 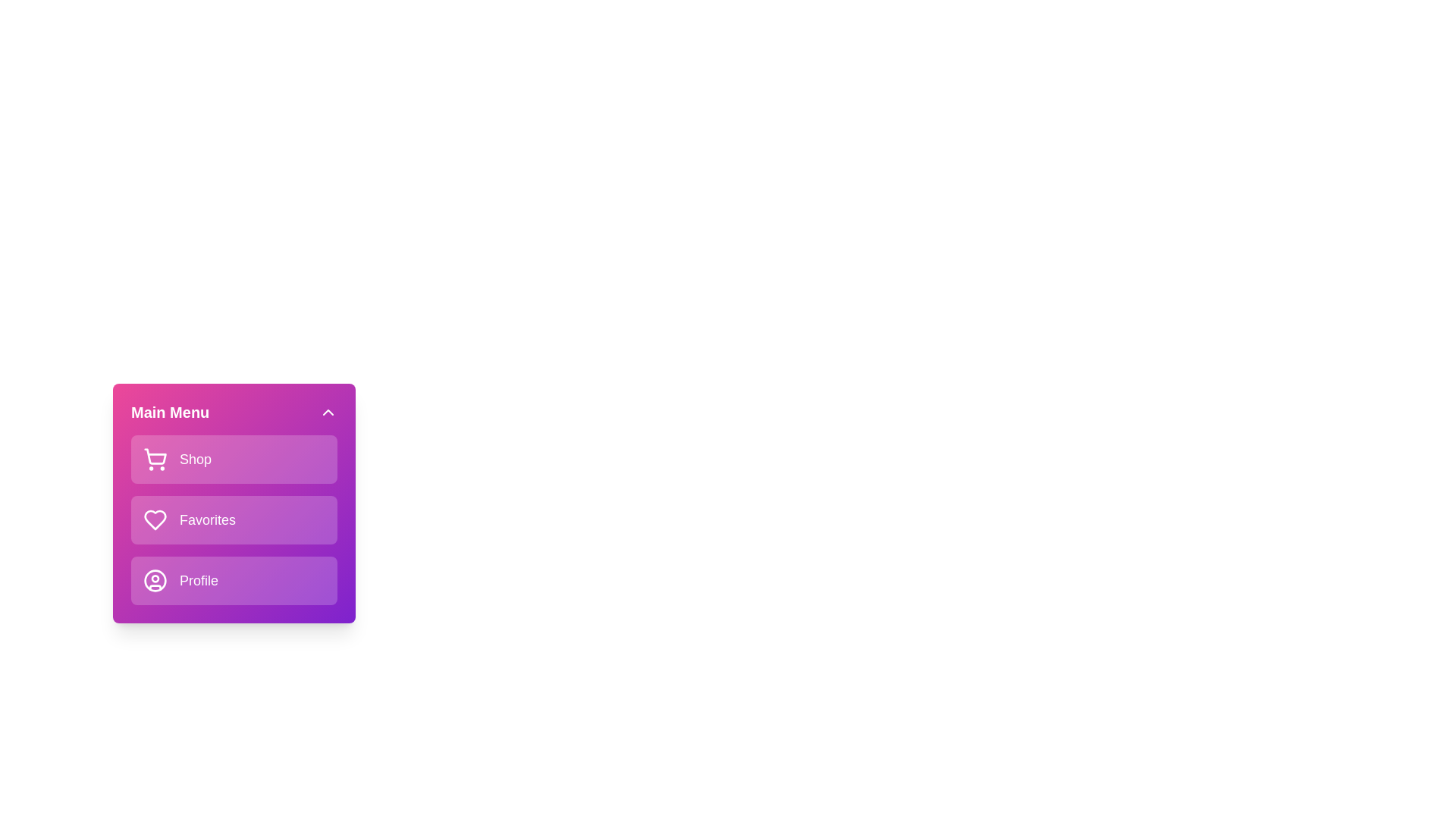 What do you see at coordinates (155, 519) in the screenshot?
I see `the menu item icon corresponding to Favorites` at bounding box center [155, 519].